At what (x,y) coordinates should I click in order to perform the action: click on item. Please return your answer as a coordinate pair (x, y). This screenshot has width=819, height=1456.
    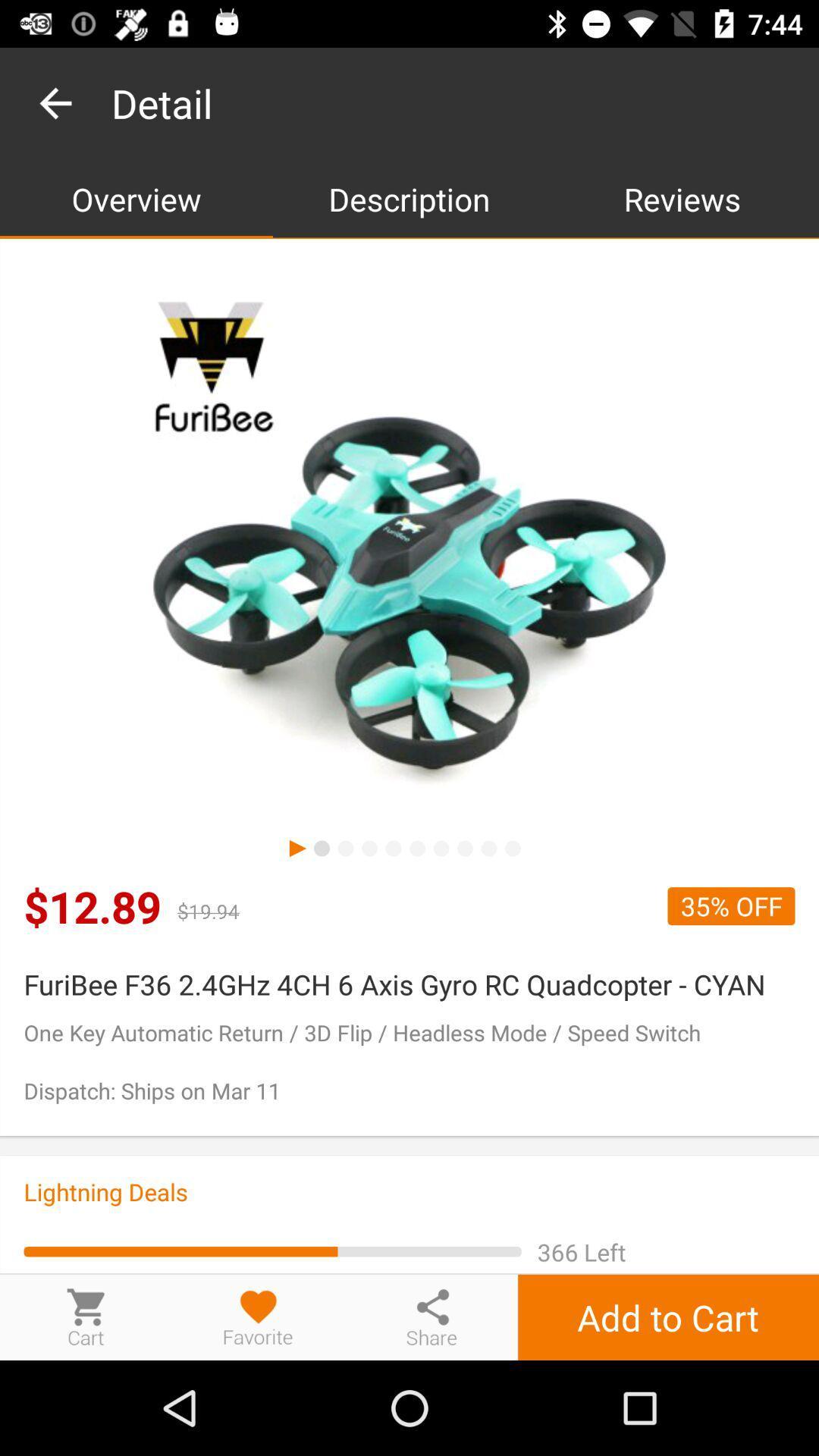
    Looking at the image, I should click on (258, 1316).